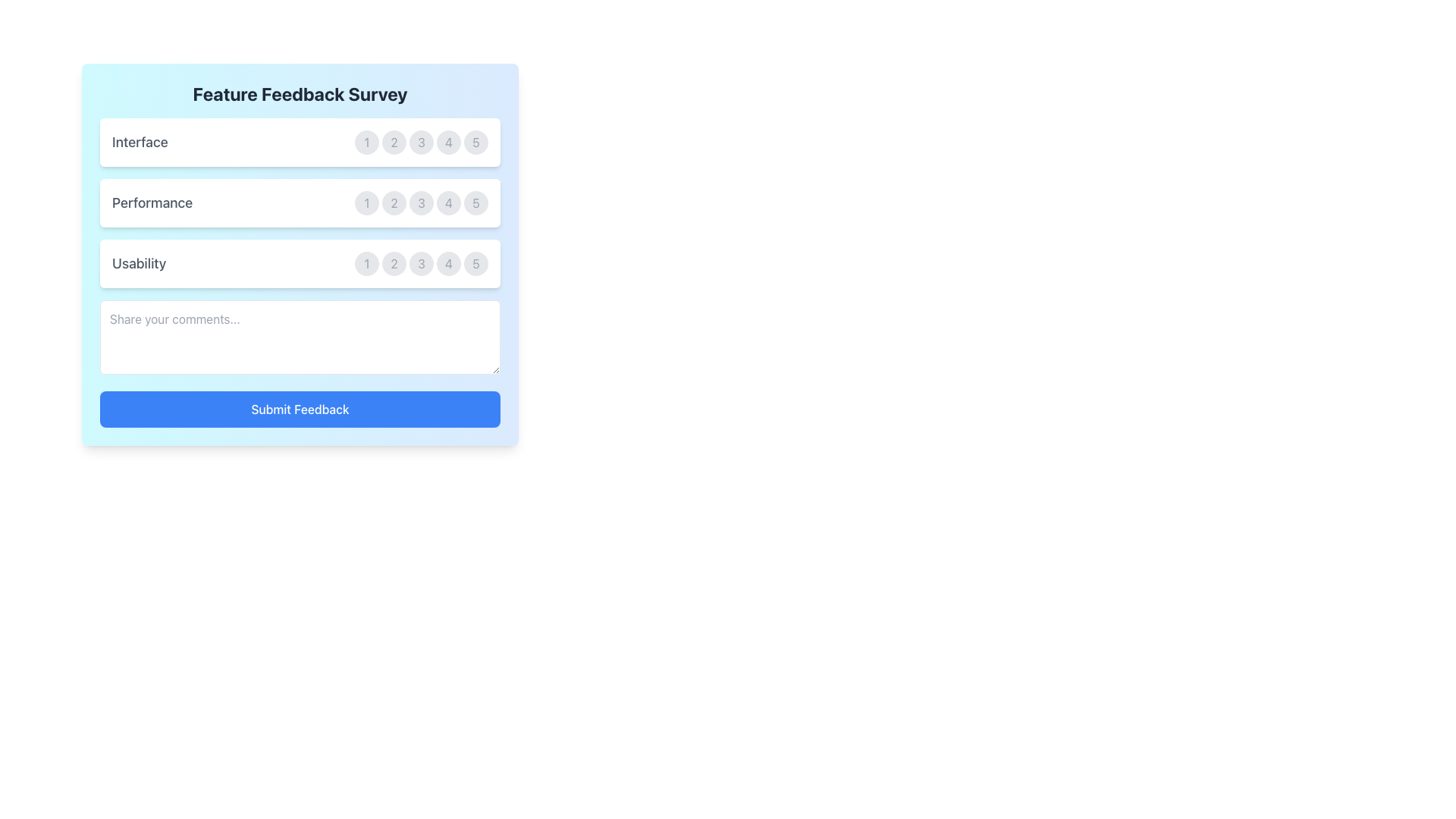 The height and width of the screenshot is (819, 1456). I want to click on the second button in the horizontal sequence of five buttons in the 'Interface' rating section of the survey, so click(394, 143).